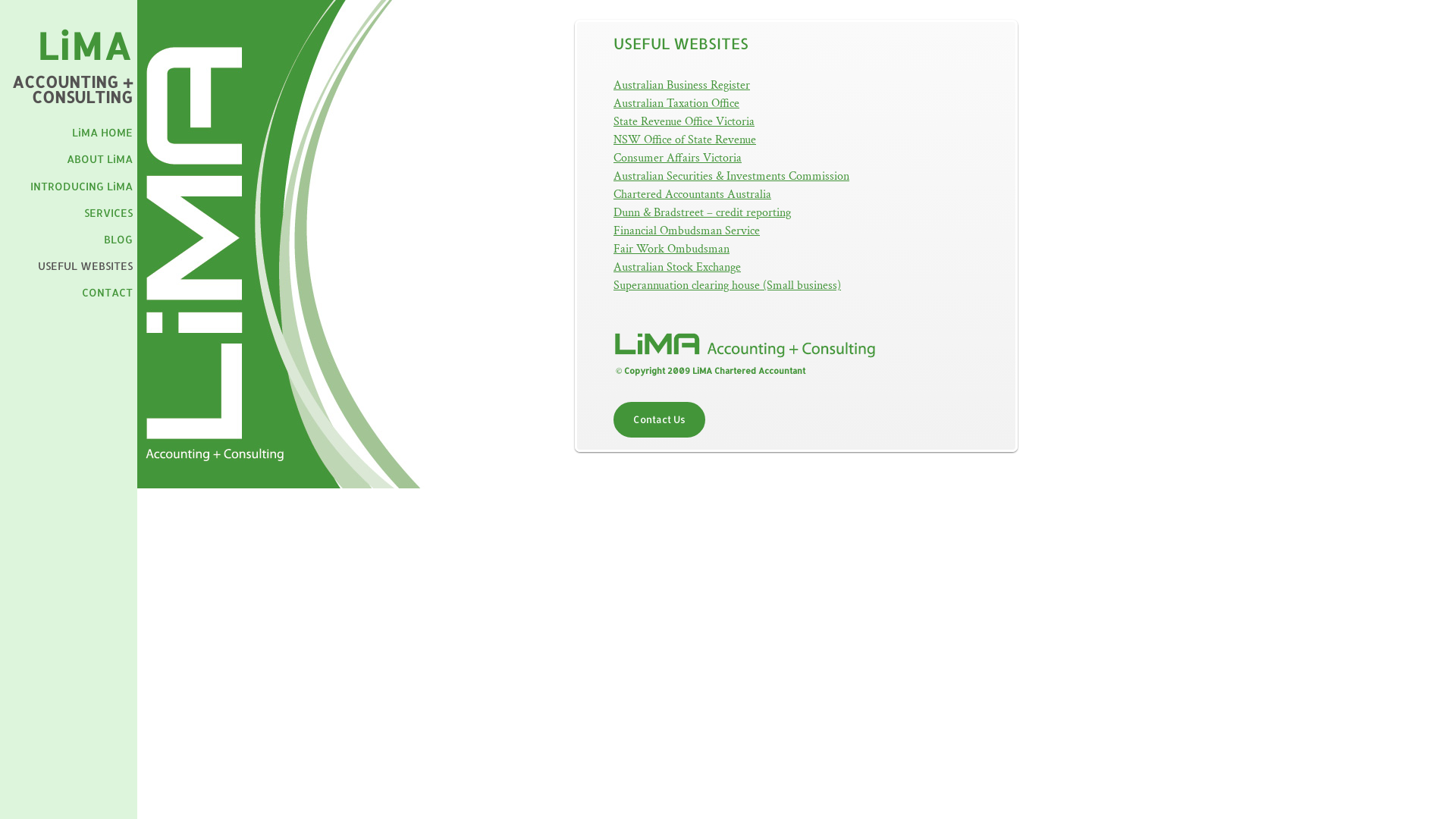 This screenshot has height=819, width=1456. I want to click on 'Australian Stock Exchange', so click(676, 266).